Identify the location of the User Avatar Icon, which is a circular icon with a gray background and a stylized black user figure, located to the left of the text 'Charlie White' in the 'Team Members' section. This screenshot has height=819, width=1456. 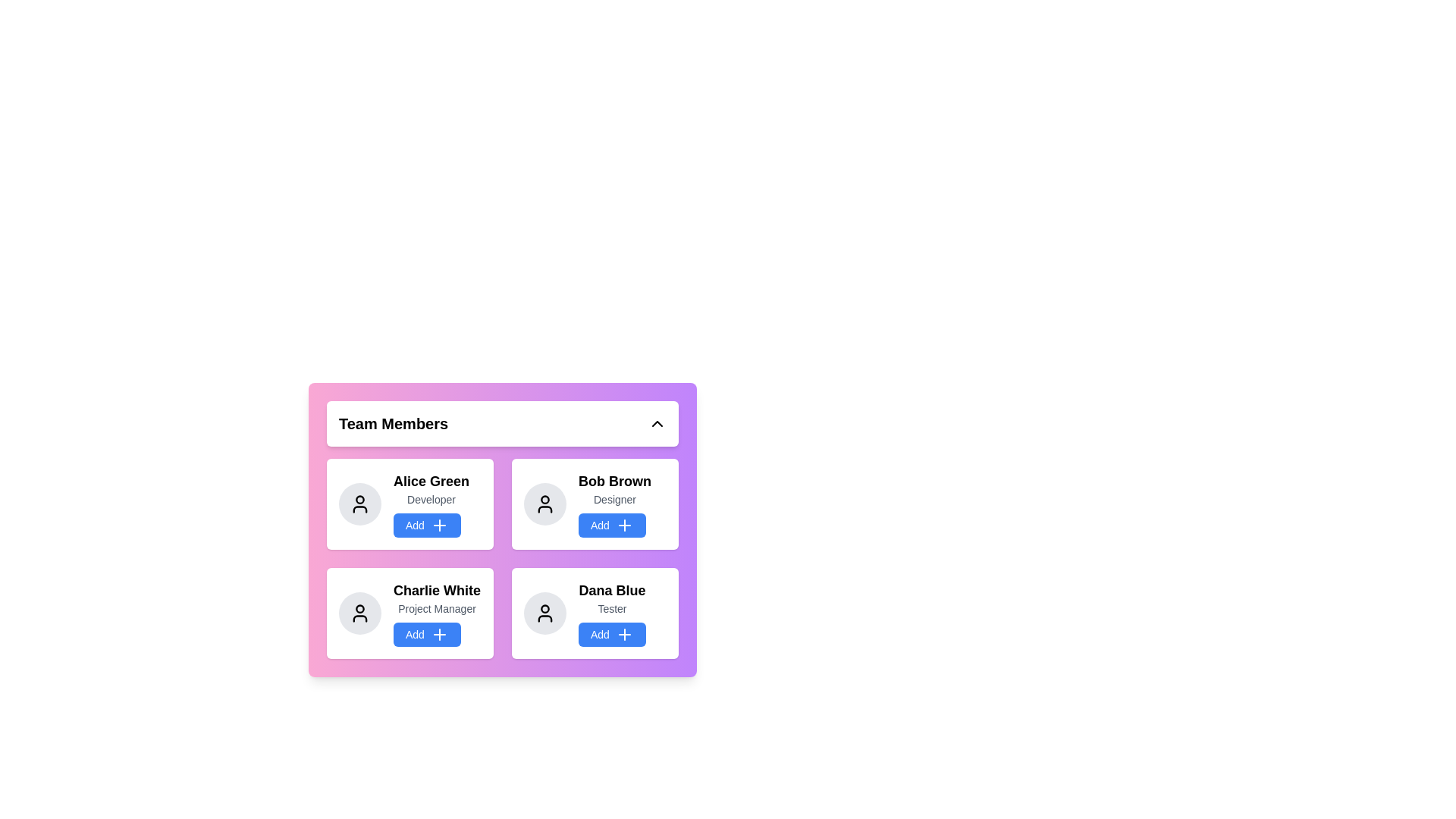
(359, 613).